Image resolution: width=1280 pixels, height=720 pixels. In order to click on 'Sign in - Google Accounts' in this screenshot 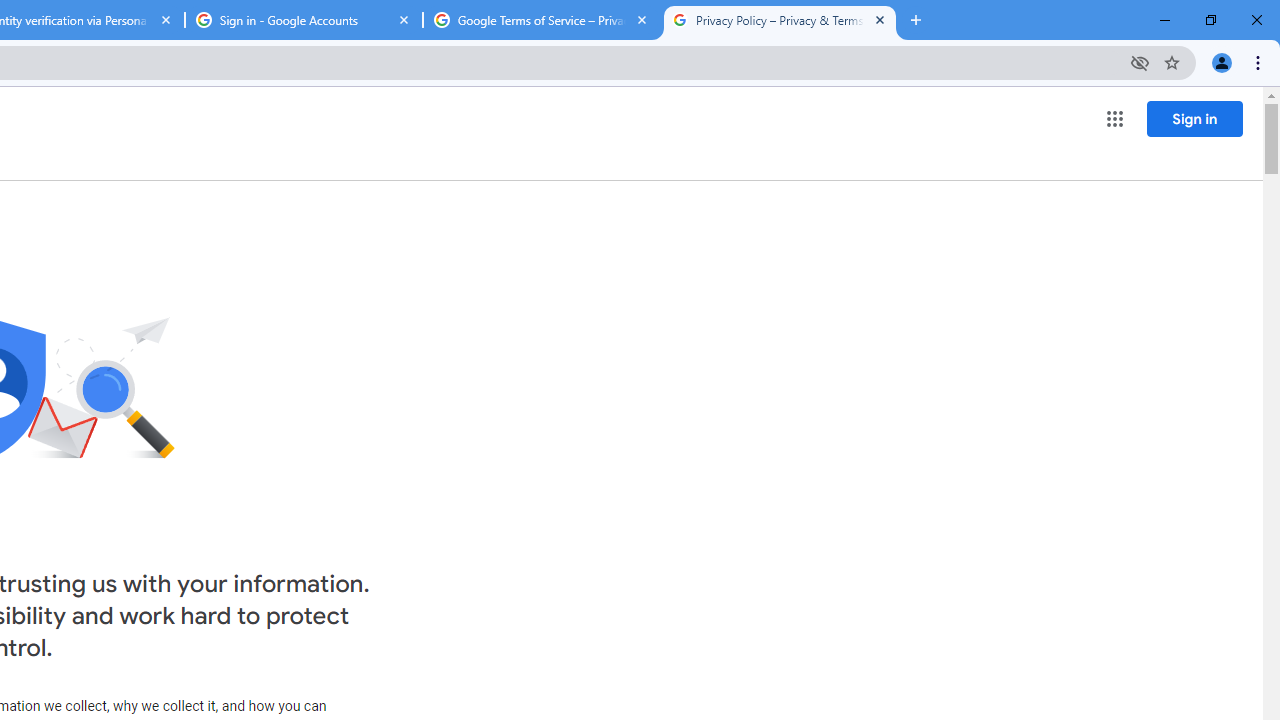, I will do `click(303, 20)`.